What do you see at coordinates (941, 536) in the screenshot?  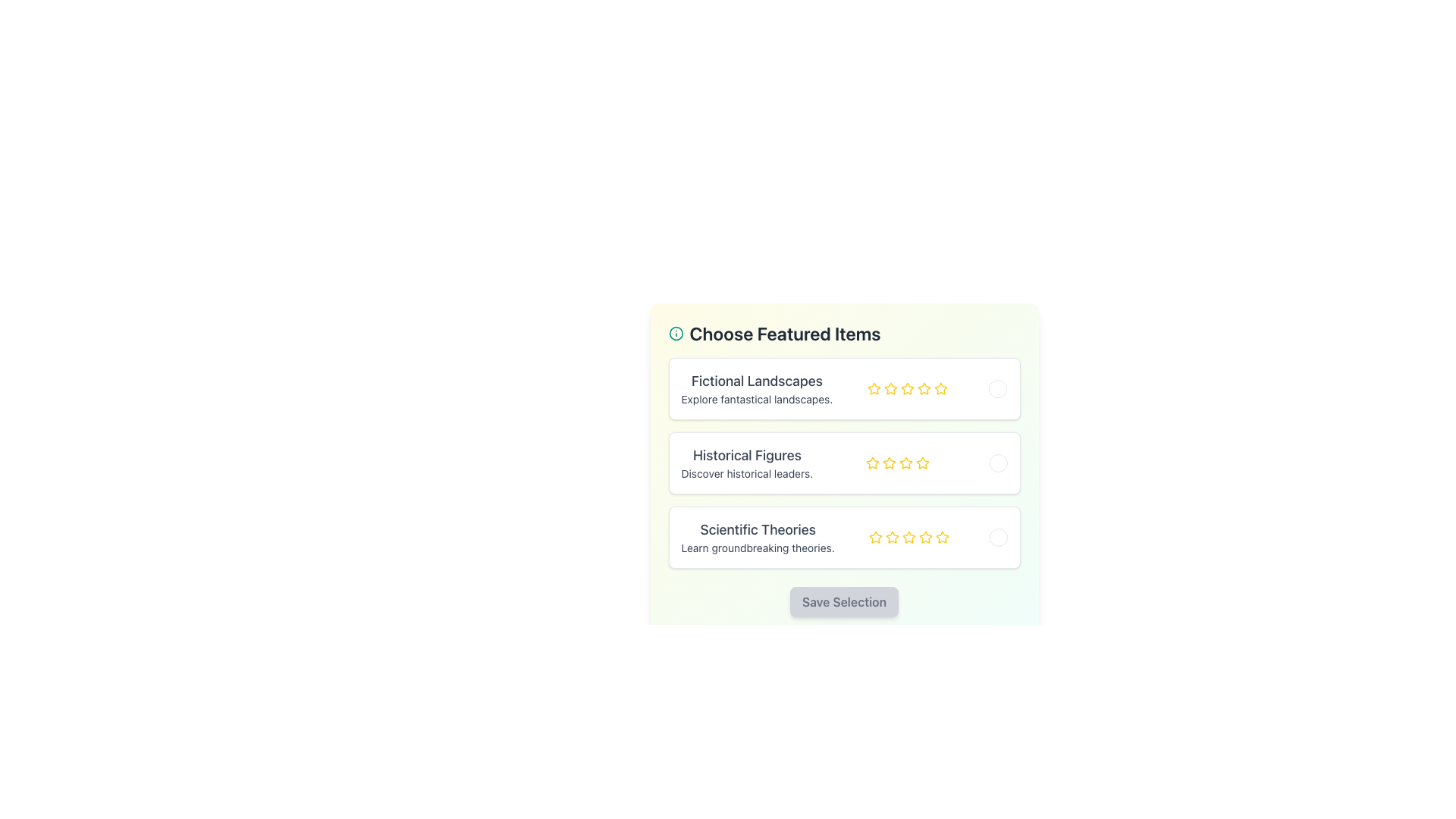 I see `the fifth star icon with a yellow outline and hollow center in the 'Scientific Theories' section` at bounding box center [941, 536].